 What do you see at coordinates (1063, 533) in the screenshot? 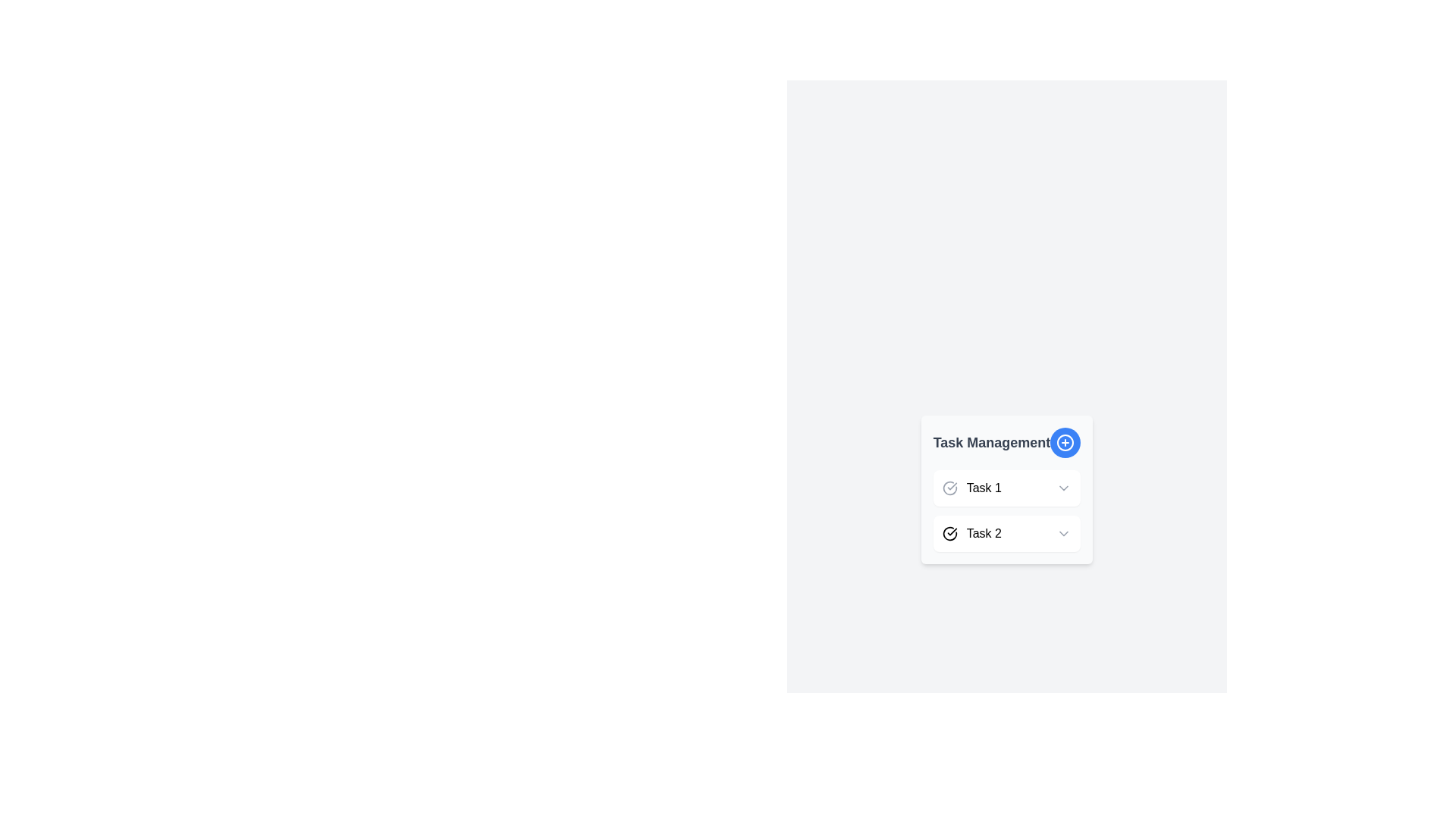
I see `the Dropdown indicator (chevron icon) located at the far right of the 'Task 2' row` at bounding box center [1063, 533].